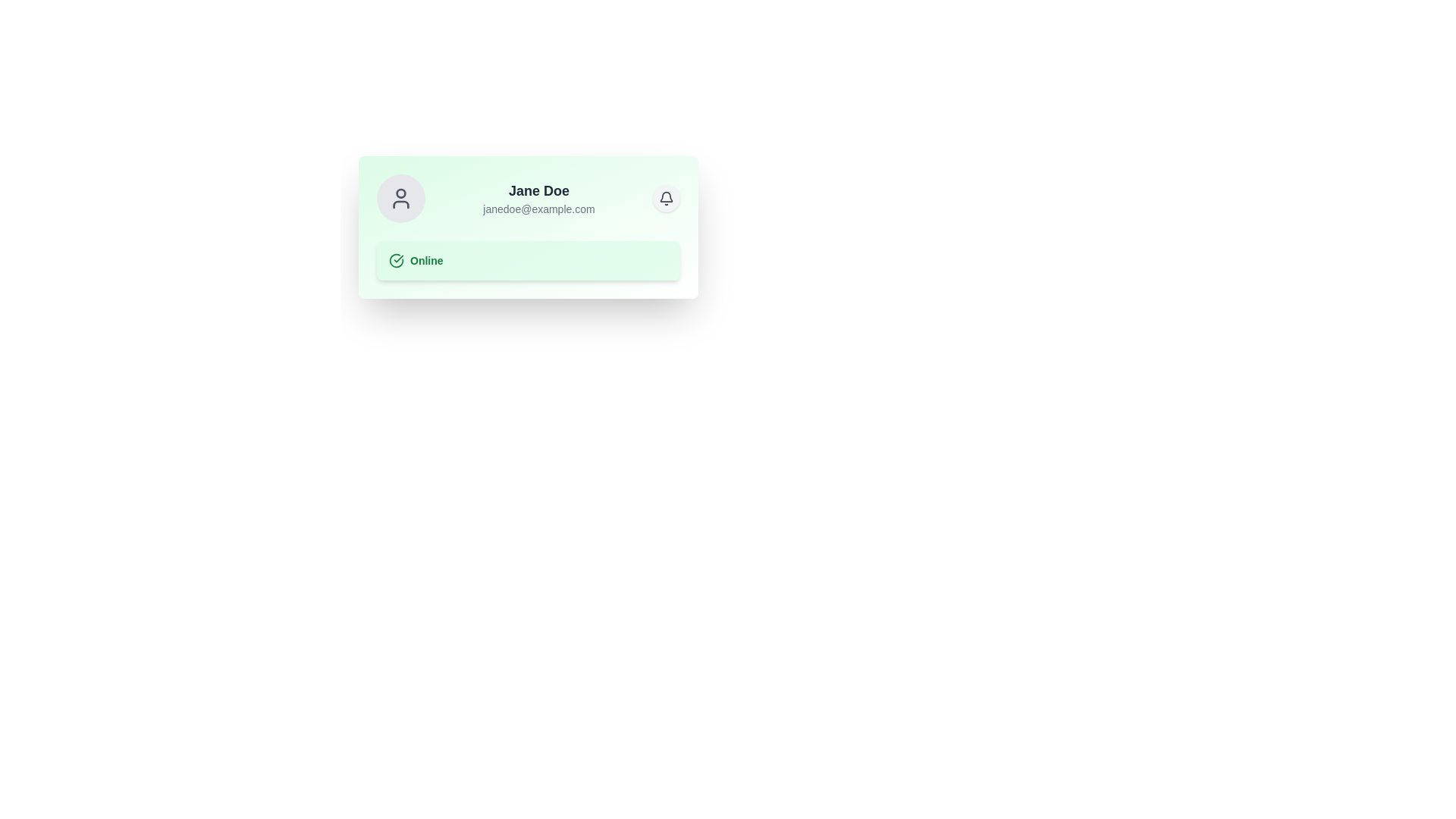  I want to click on the circular checkmark icon that indicates a positive status, located within the 'Online' status label, positioned to the left of the text 'Online', so click(397, 259).